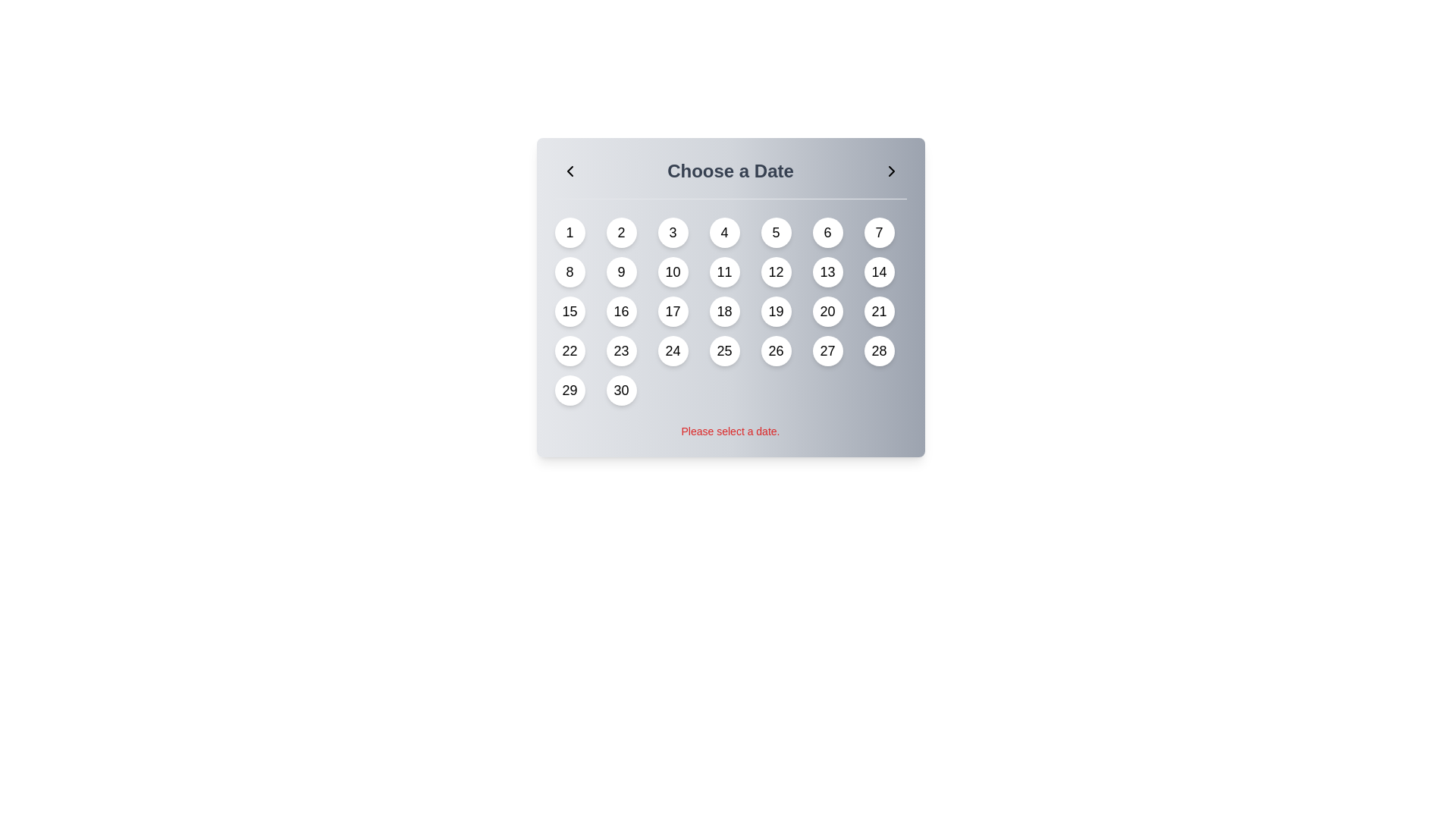 The image size is (1456, 819). Describe the element at coordinates (723, 233) in the screenshot. I see `the circular button displaying the number '4' in black text on a white background` at that location.